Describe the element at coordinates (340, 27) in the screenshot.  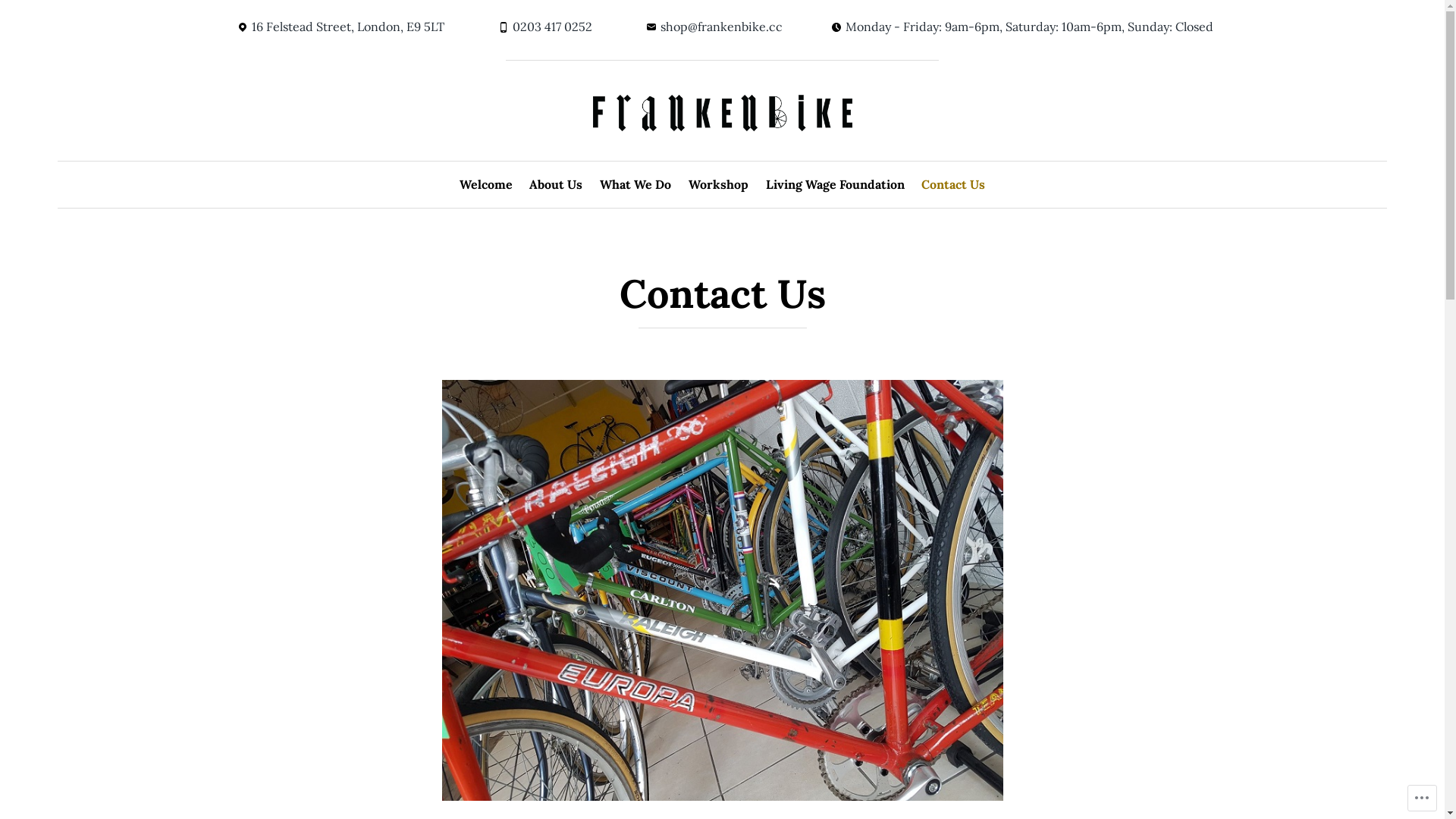
I see `'16 Felstead Street, London, E9 5LT'` at that location.